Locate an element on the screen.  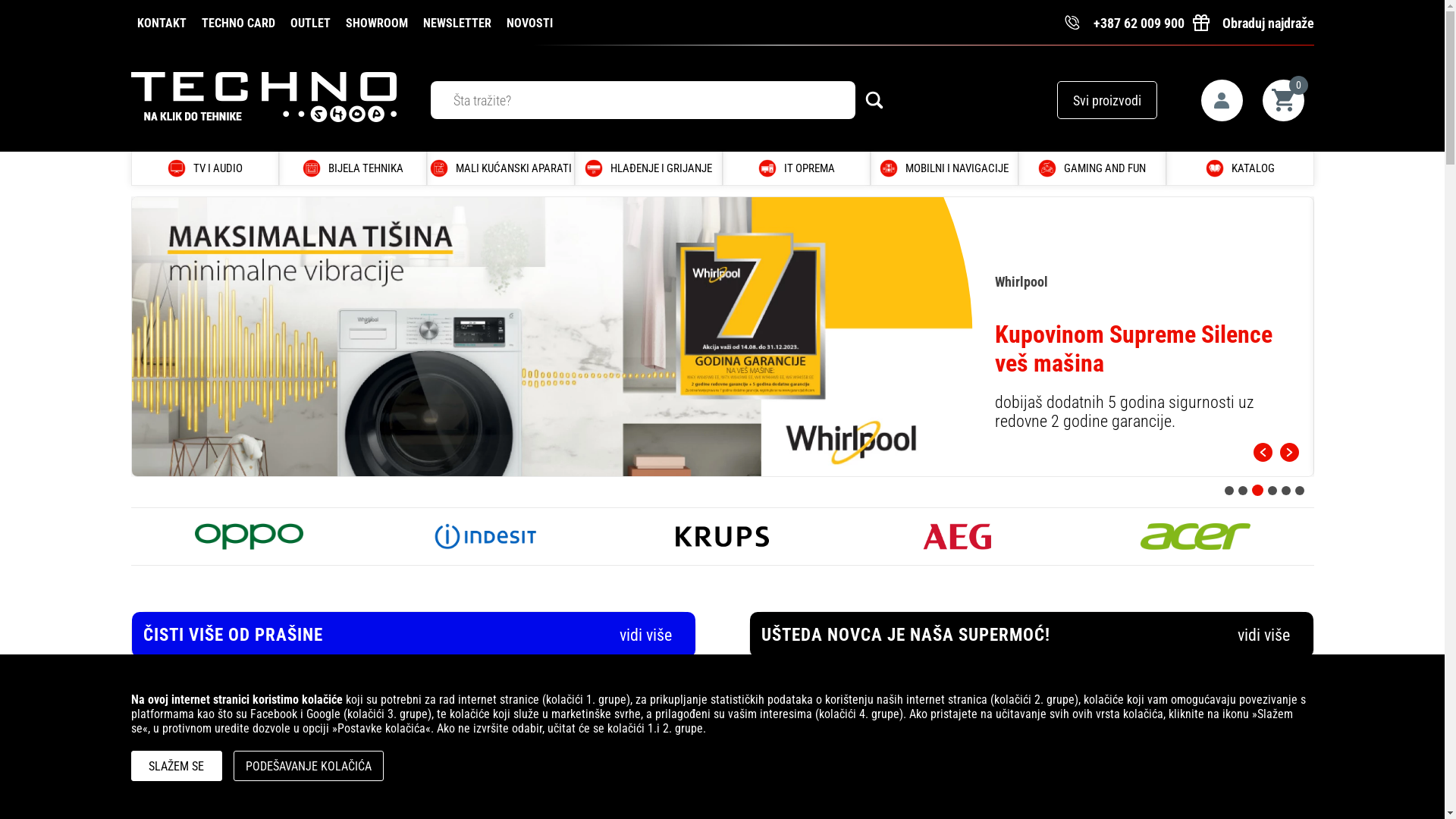
'6' is located at coordinates (1298, 489).